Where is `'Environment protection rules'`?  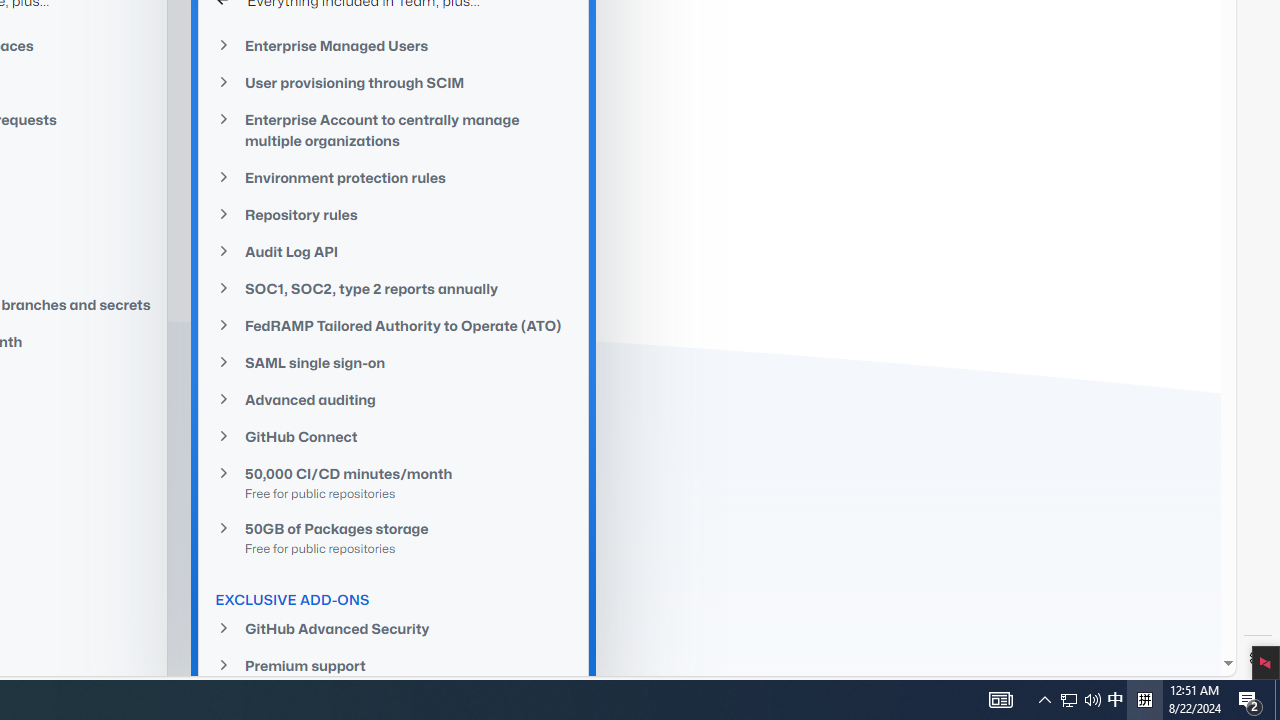 'Environment protection rules' is located at coordinates (394, 176).